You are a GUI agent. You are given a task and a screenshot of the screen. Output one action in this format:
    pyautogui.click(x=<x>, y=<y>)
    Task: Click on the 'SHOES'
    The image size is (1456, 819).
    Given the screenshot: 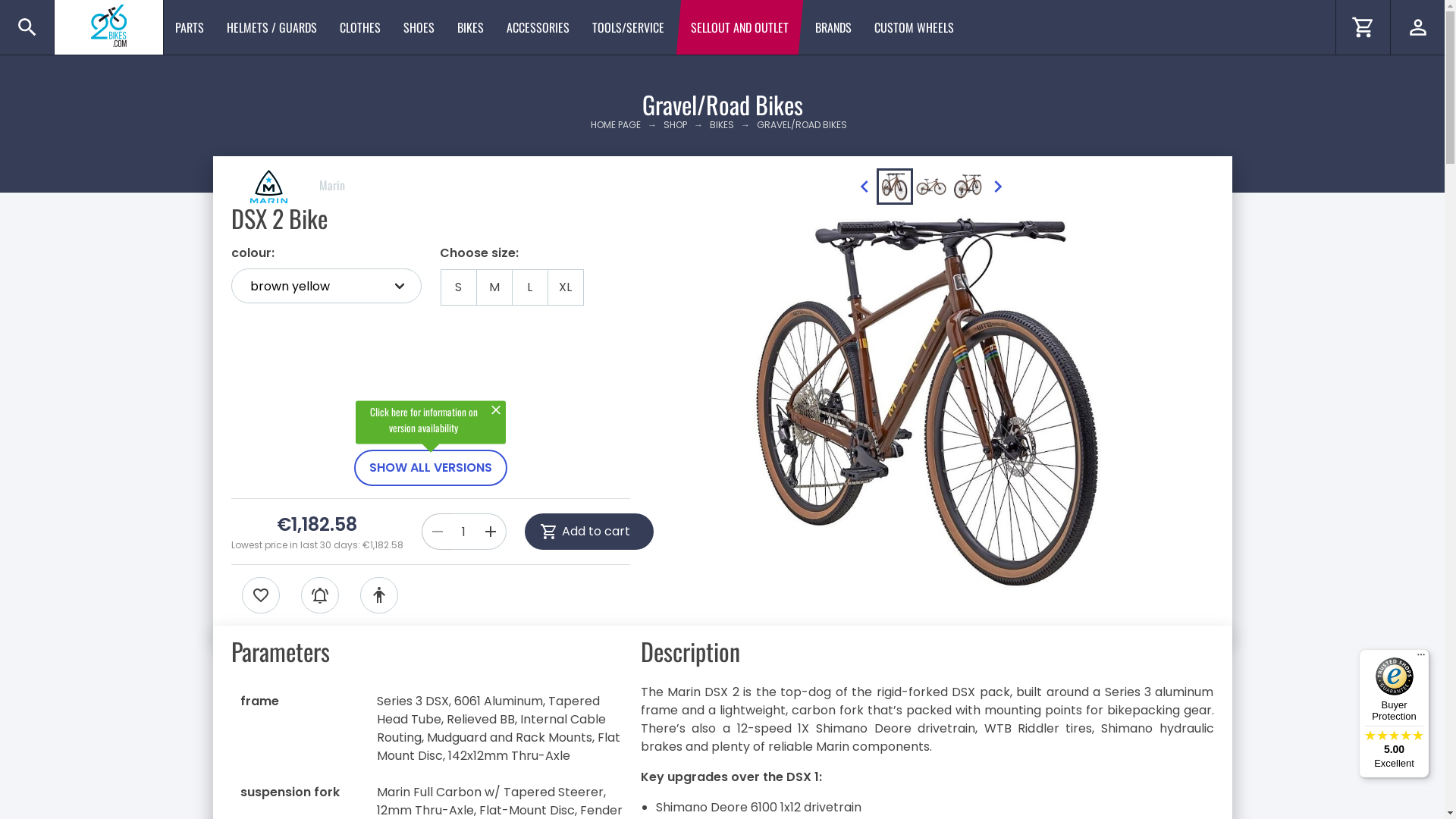 What is the action you would take?
    pyautogui.click(x=419, y=27)
    